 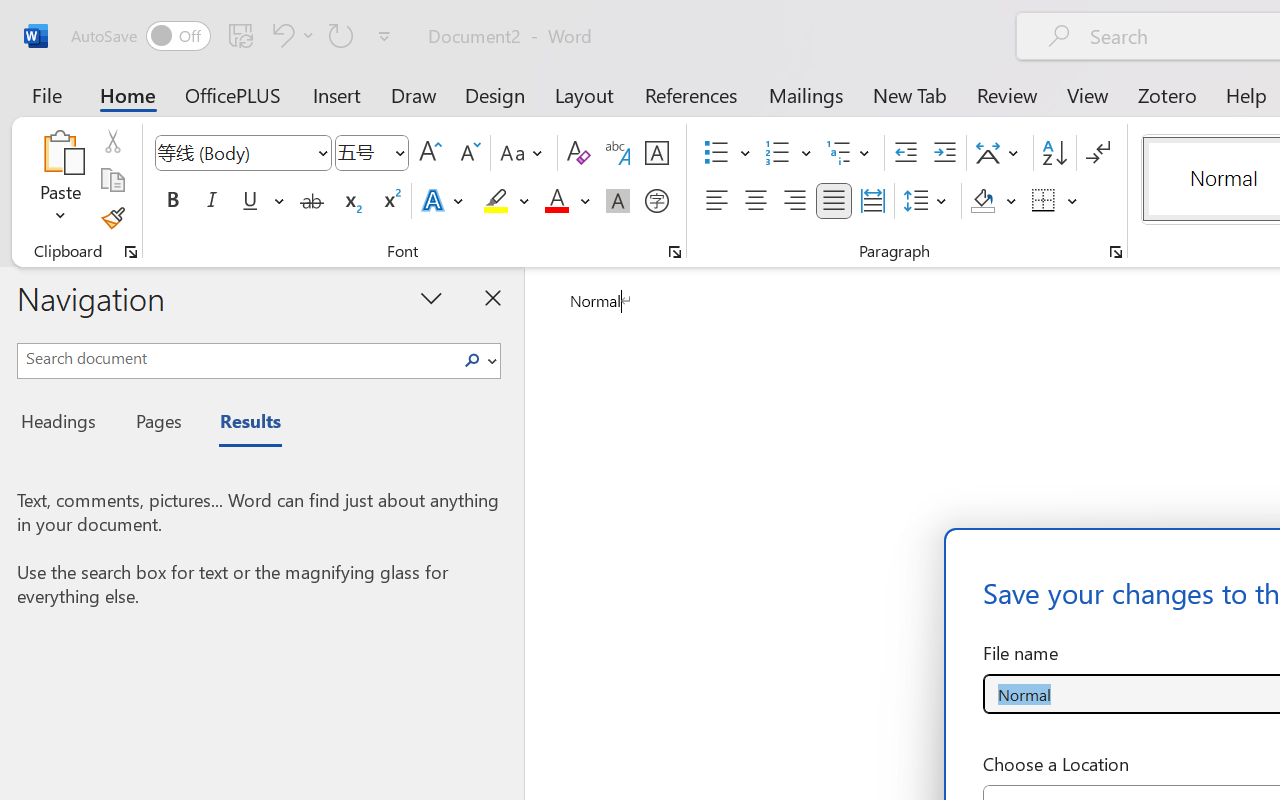 I want to click on 'Shrink Font', so click(x=467, y=153).